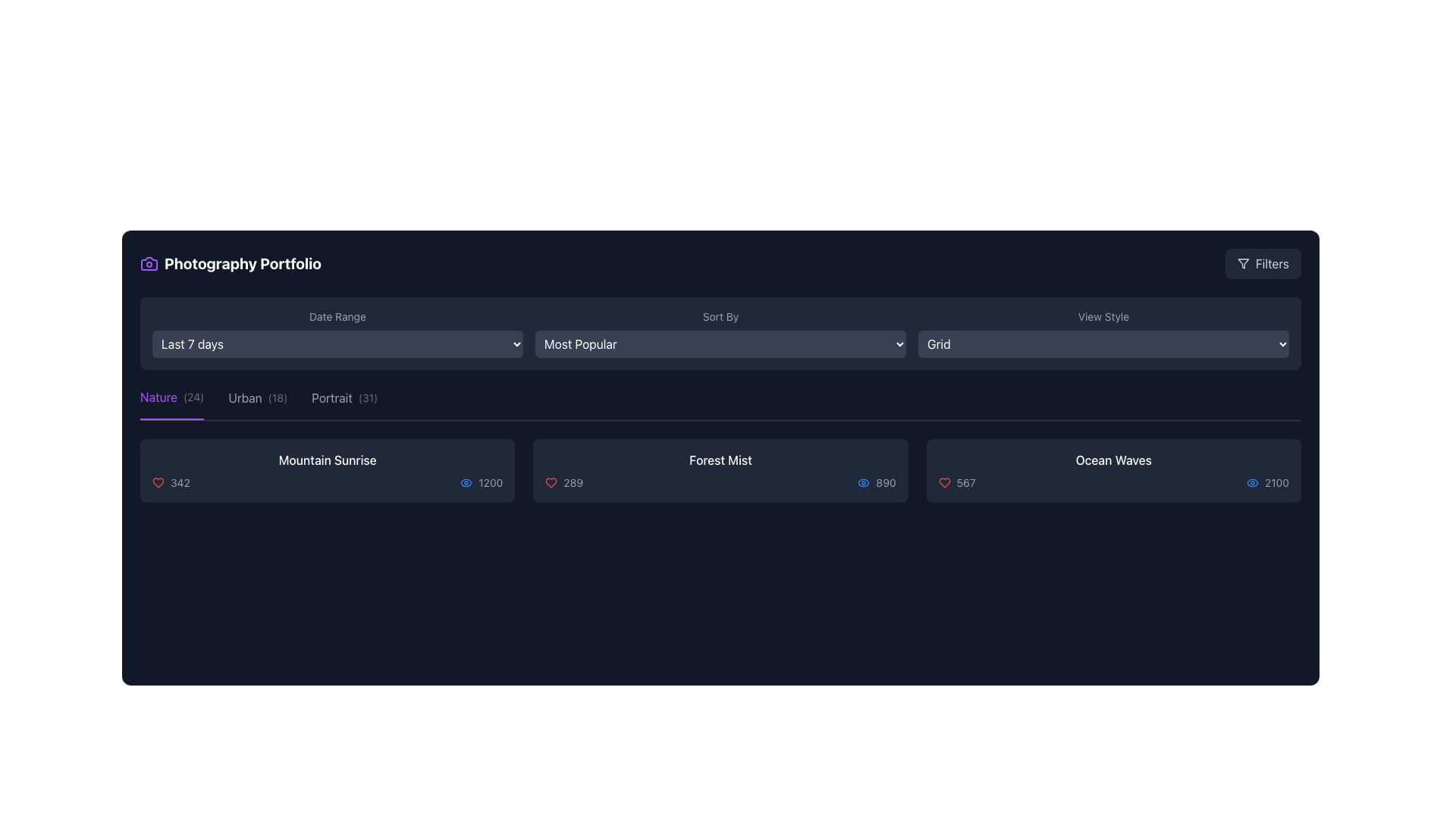 The width and height of the screenshot is (1456, 819). I want to click on the 'favorite' button associated with the 'Forest Mist' item for keyboard interaction, so click(551, 482).